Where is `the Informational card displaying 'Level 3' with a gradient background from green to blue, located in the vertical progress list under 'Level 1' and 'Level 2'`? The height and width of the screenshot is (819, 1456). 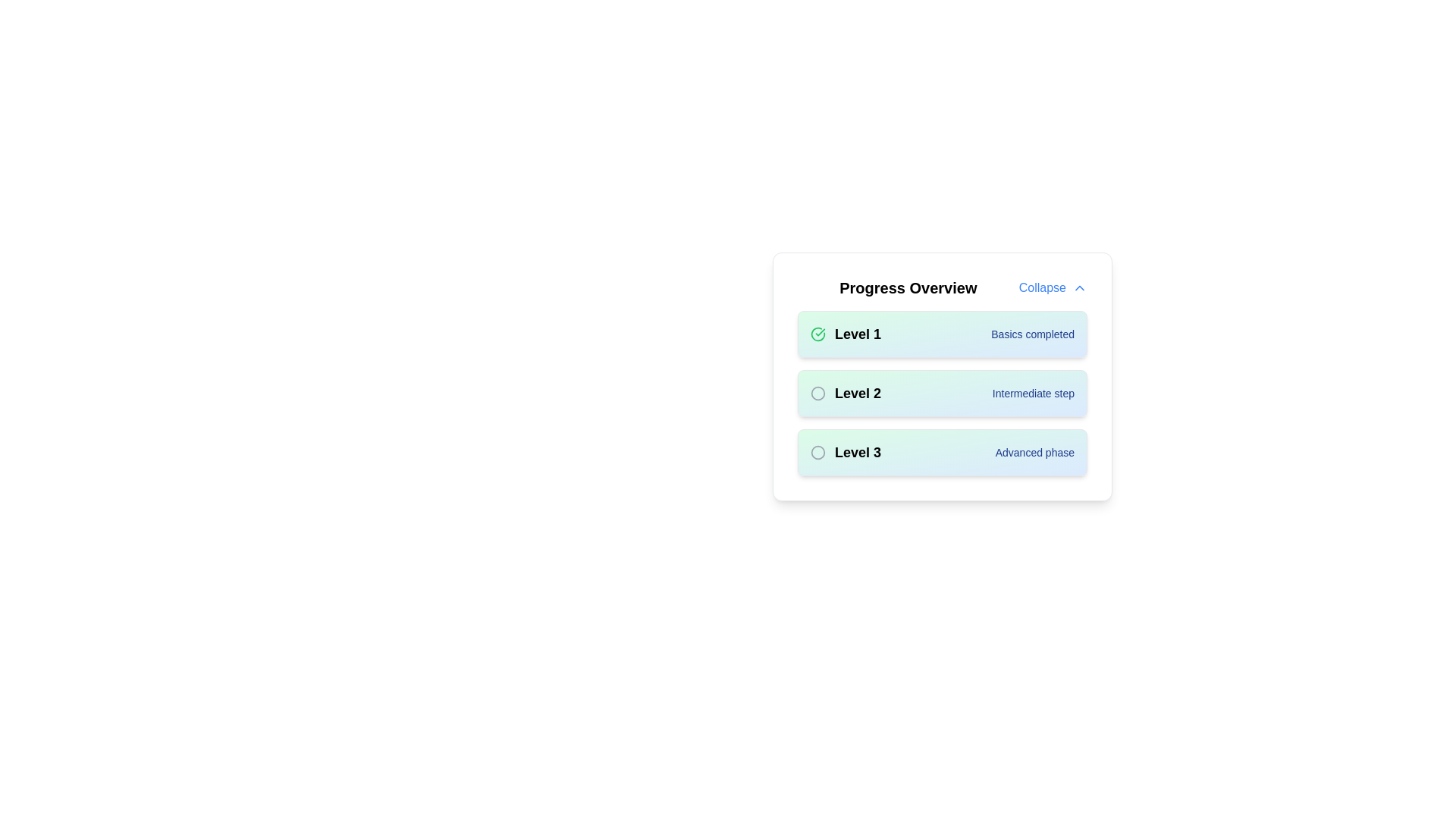 the Informational card displaying 'Level 3' with a gradient background from green to blue, located in the vertical progress list under 'Level 1' and 'Level 2' is located at coordinates (942, 452).